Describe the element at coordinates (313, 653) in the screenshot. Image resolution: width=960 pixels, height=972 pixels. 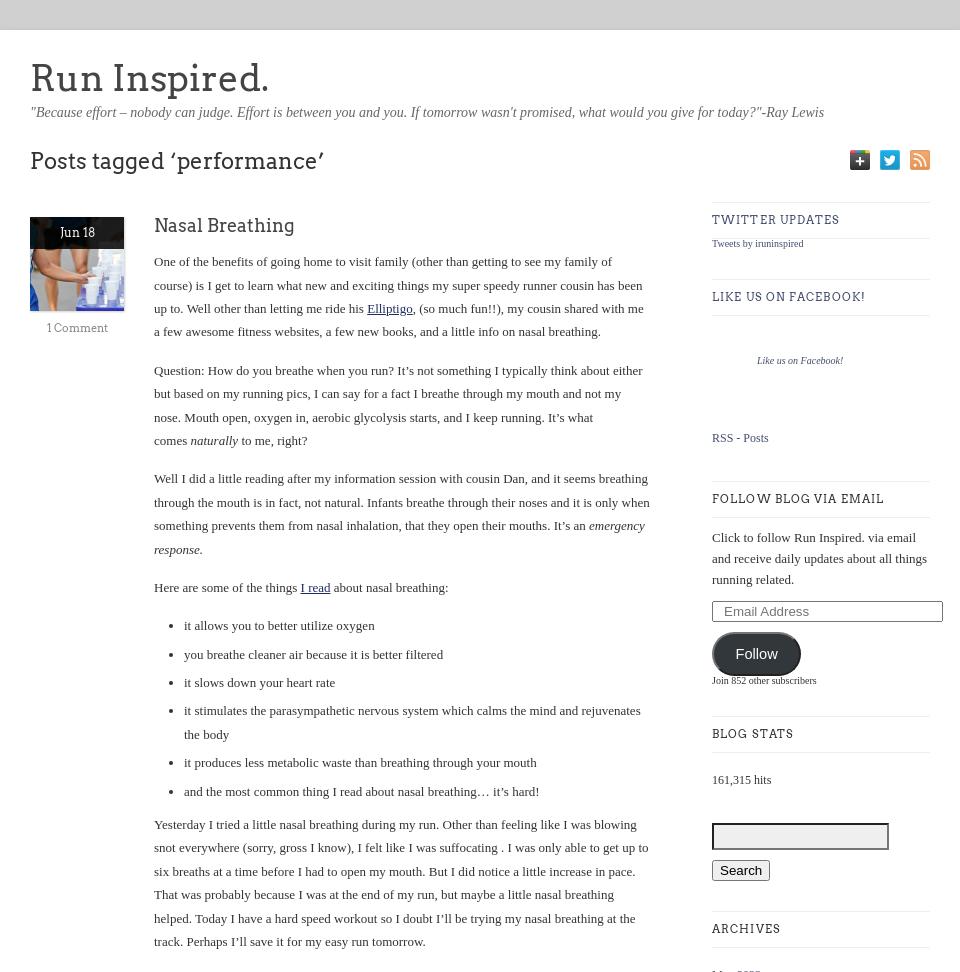
I see `'you breathe cleaner air because it is better filtered'` at that location.